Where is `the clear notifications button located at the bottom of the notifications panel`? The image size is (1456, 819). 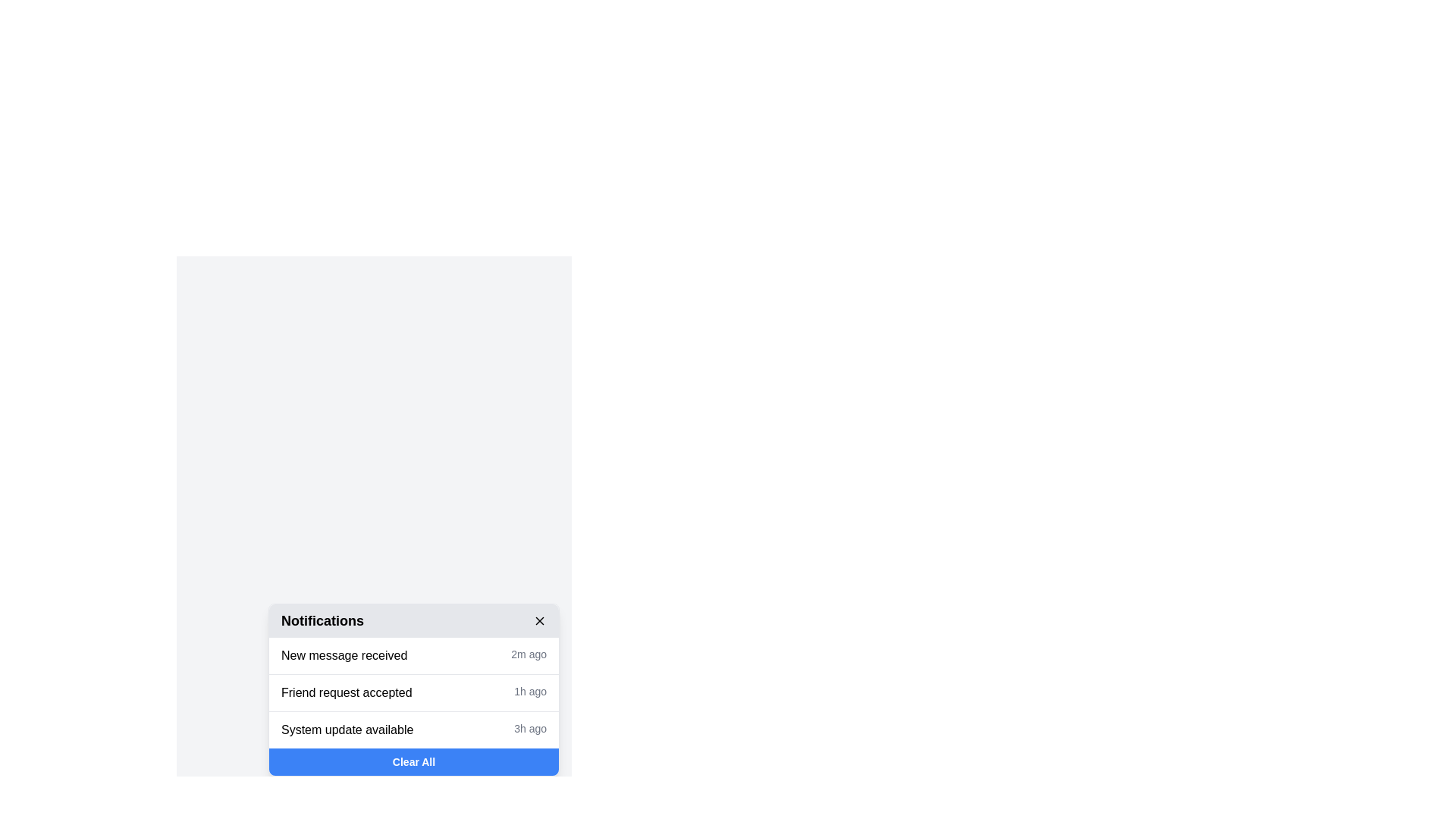
the clear notifications button located at the bottom of the notifications panel is located at coordinates (414, 762).